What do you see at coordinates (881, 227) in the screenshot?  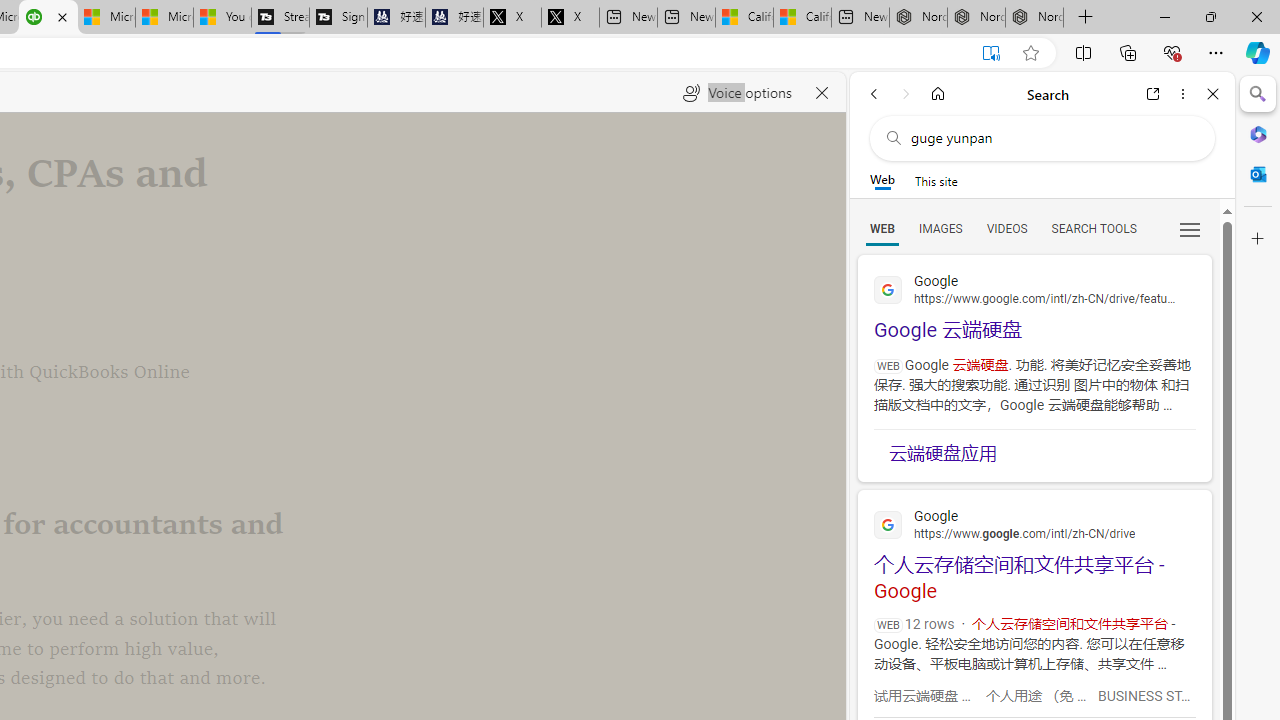 I see `'WEB  '` at bounding box center [881, 227].